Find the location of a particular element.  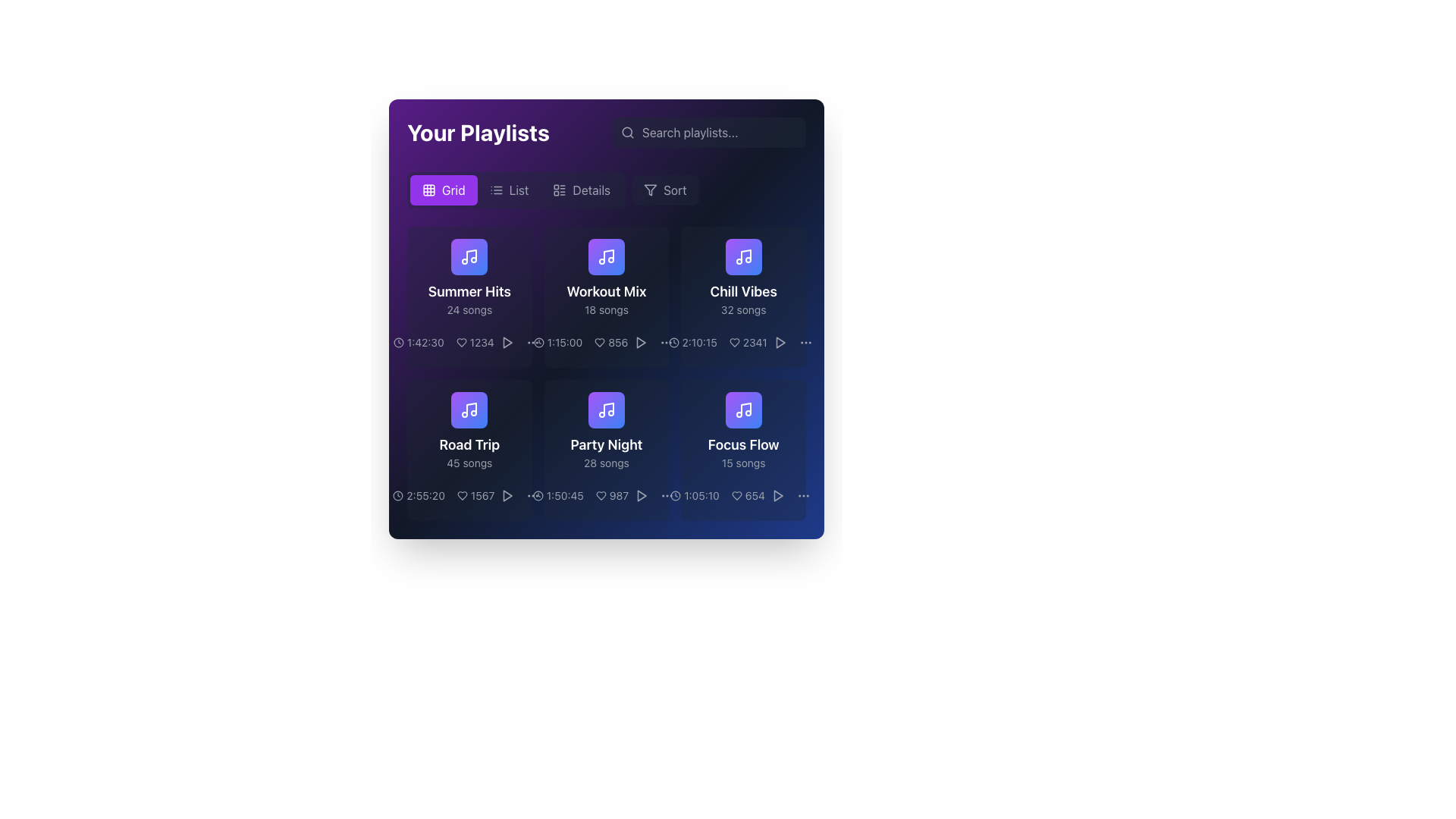

on the 'Summer Hits' Playlist Card located in the first column of the grid, under the header 'Your Playlists' is located at coordinates (469, 297).